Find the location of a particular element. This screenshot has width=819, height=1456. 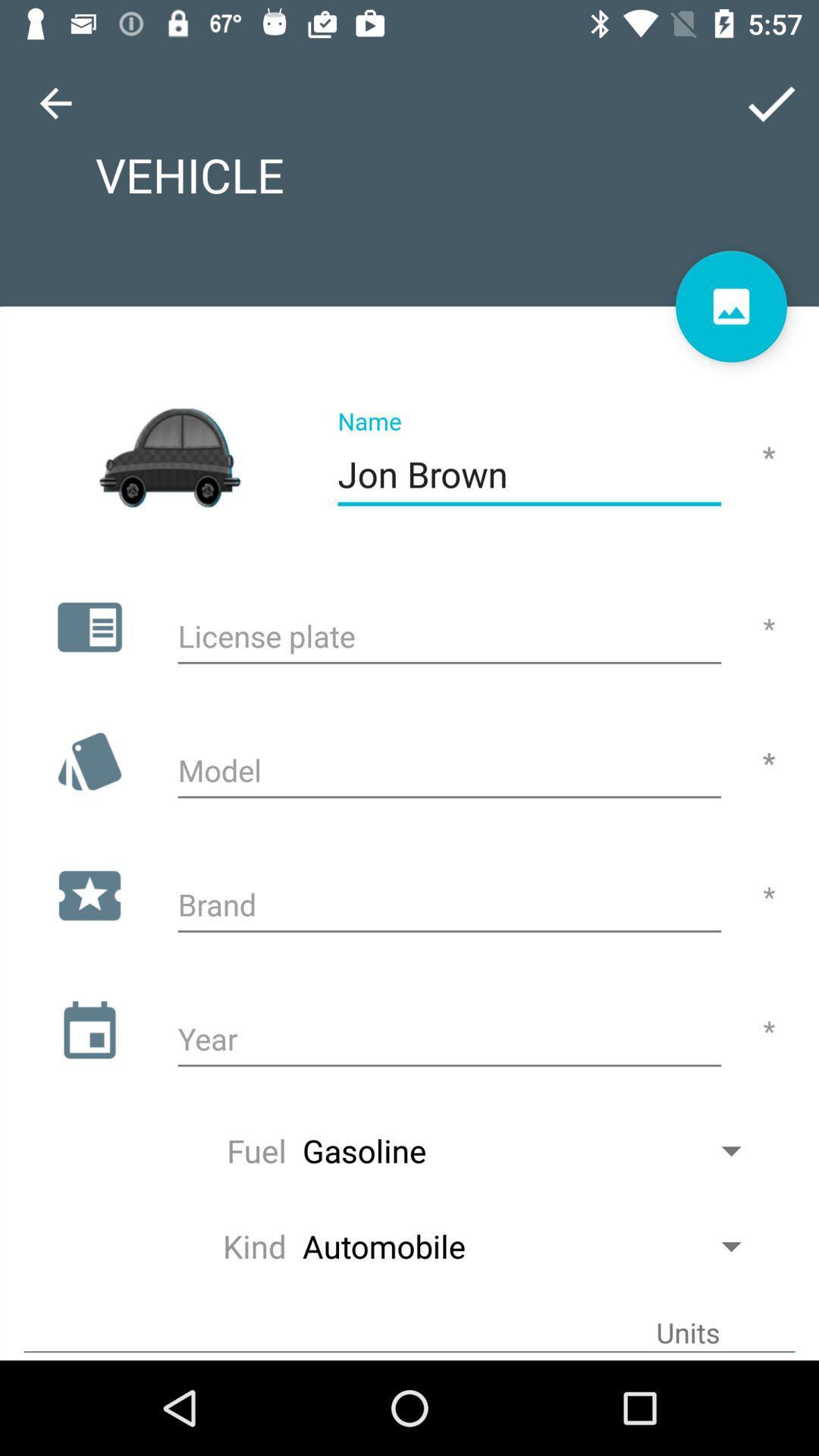

profile picture is located at coordinates (730, 306).